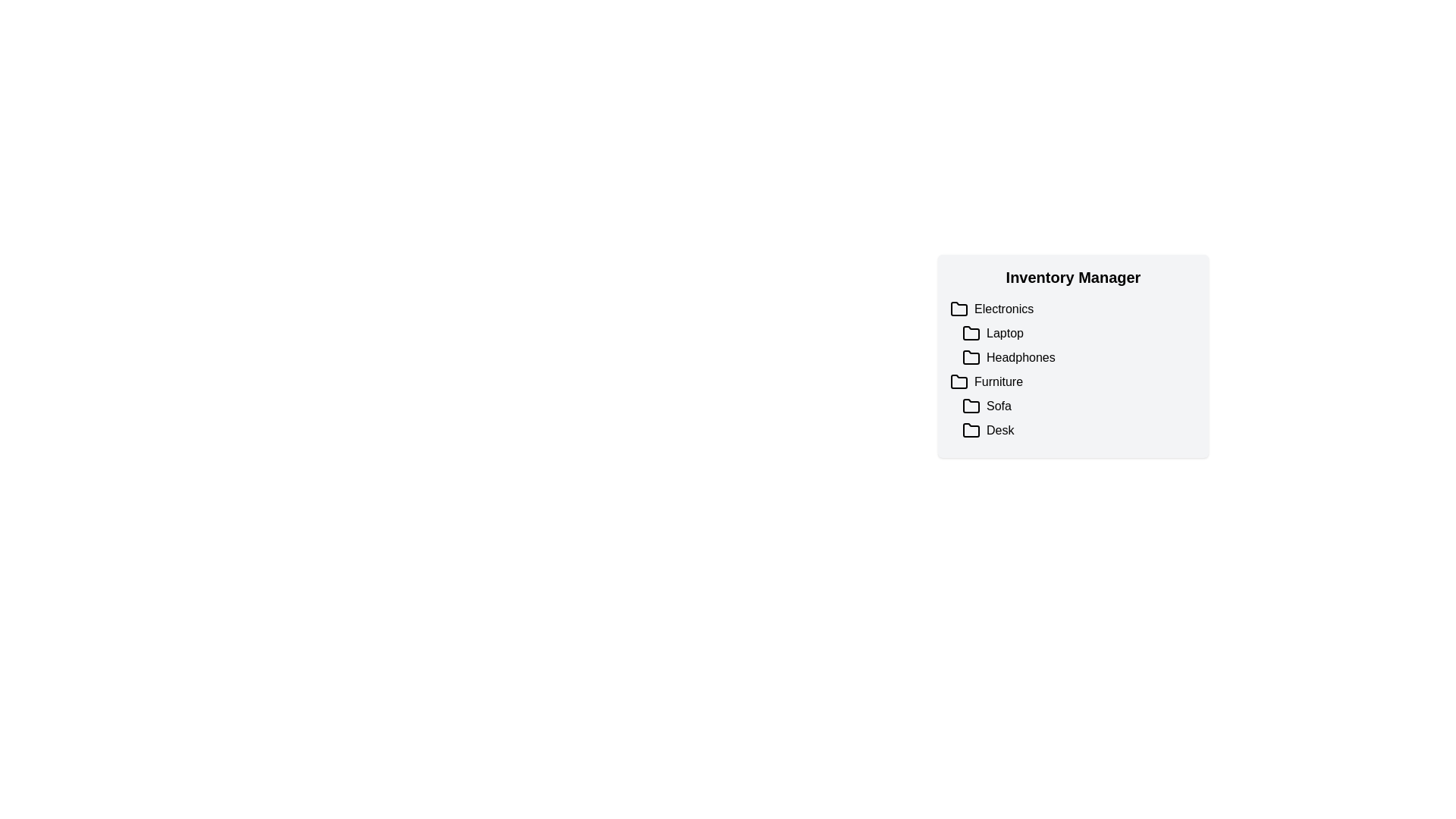  What do you see at coordinates (959, 308) in the screenshot?
I see `the folder icon indicating 'Electronics' in the directory, located at the top left part of the list area under the 'Inventory Manager' title` at bounding box center [959, 308].